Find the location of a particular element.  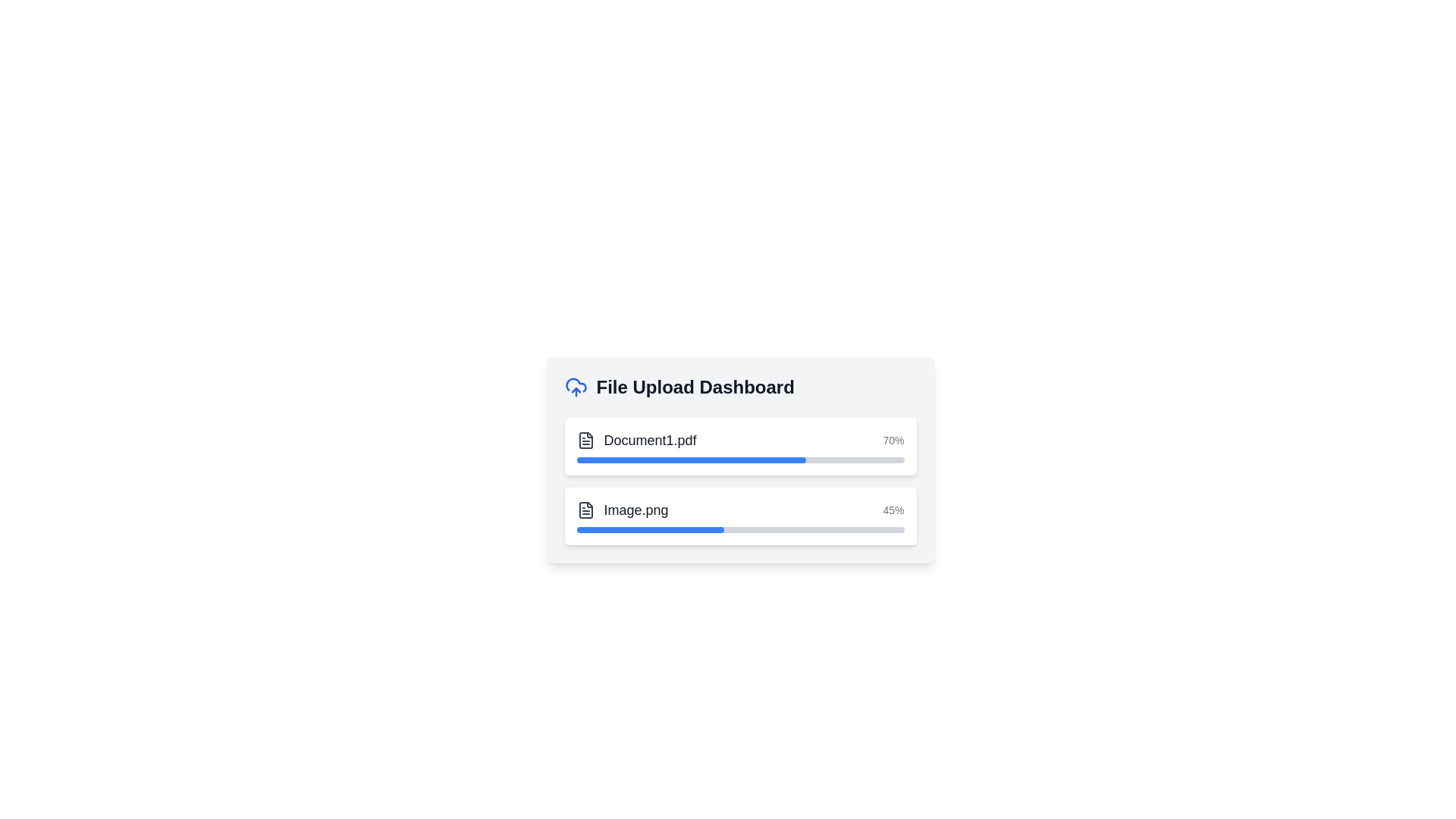

the icon representing the document entry for 'Document1.pdf' to inspect file details is located at coordinates (585, 441).